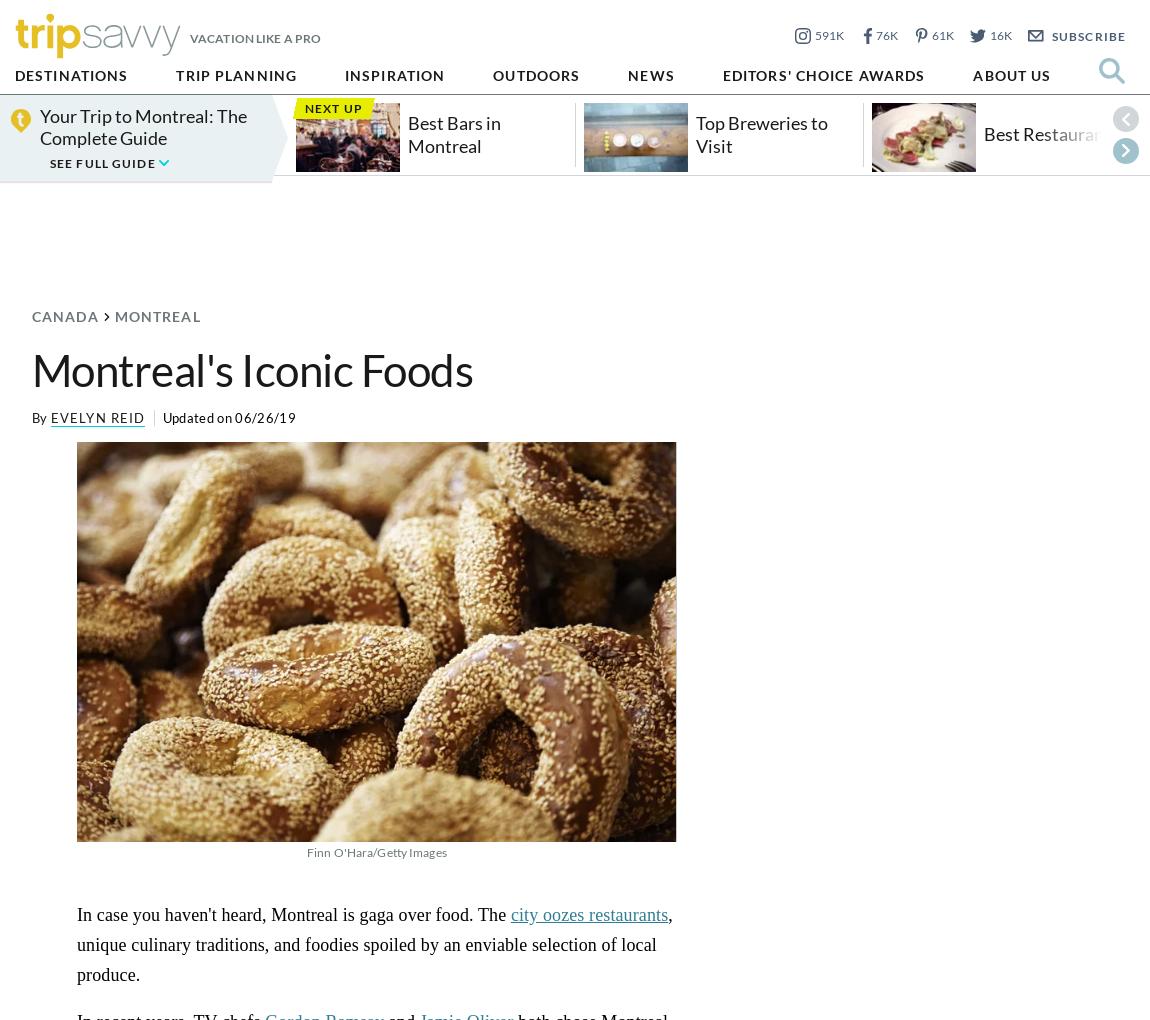  I want to click on 'Evelyn Reid', so click(49, 417).